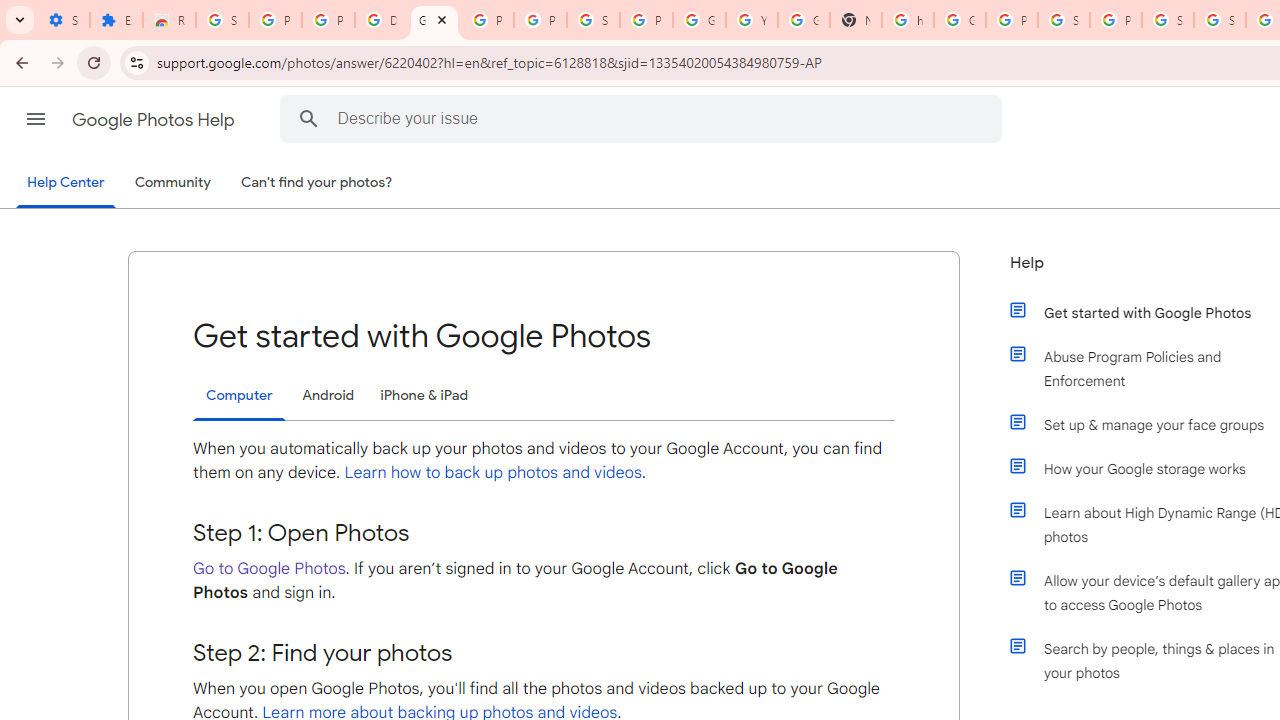 This screenshot has height=720, width=1280. What do you see at coordinates (65, 183) in the screenshot?
I see `'Help Center'` at bounding box center [65, 183].